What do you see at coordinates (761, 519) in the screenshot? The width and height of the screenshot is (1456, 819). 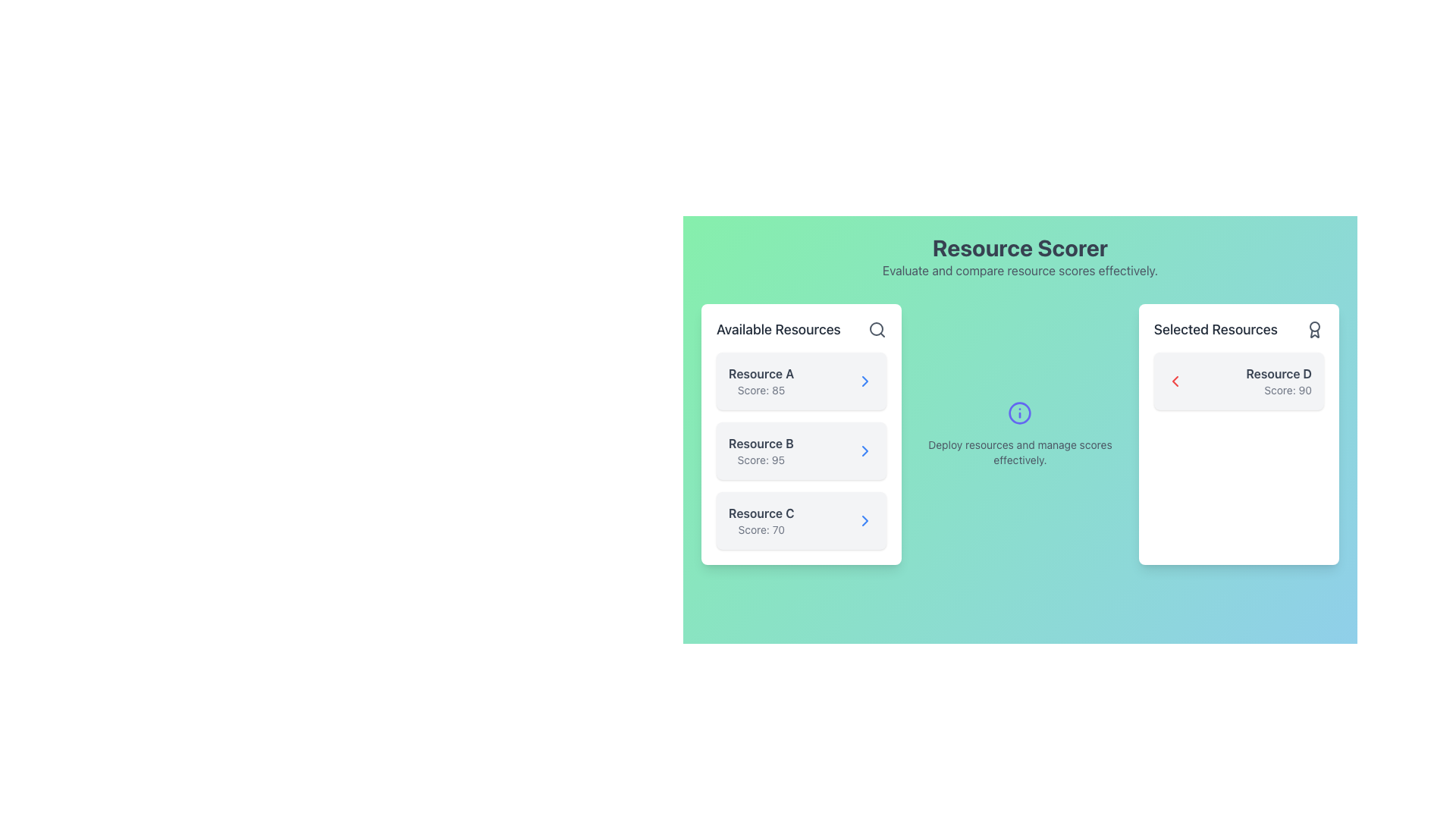 I see `the Text Display containing 'Resource C' and 'Score: 70' located in the lower section of the third card under the 'Available Resources' panel` at bounding box center [761, 519].